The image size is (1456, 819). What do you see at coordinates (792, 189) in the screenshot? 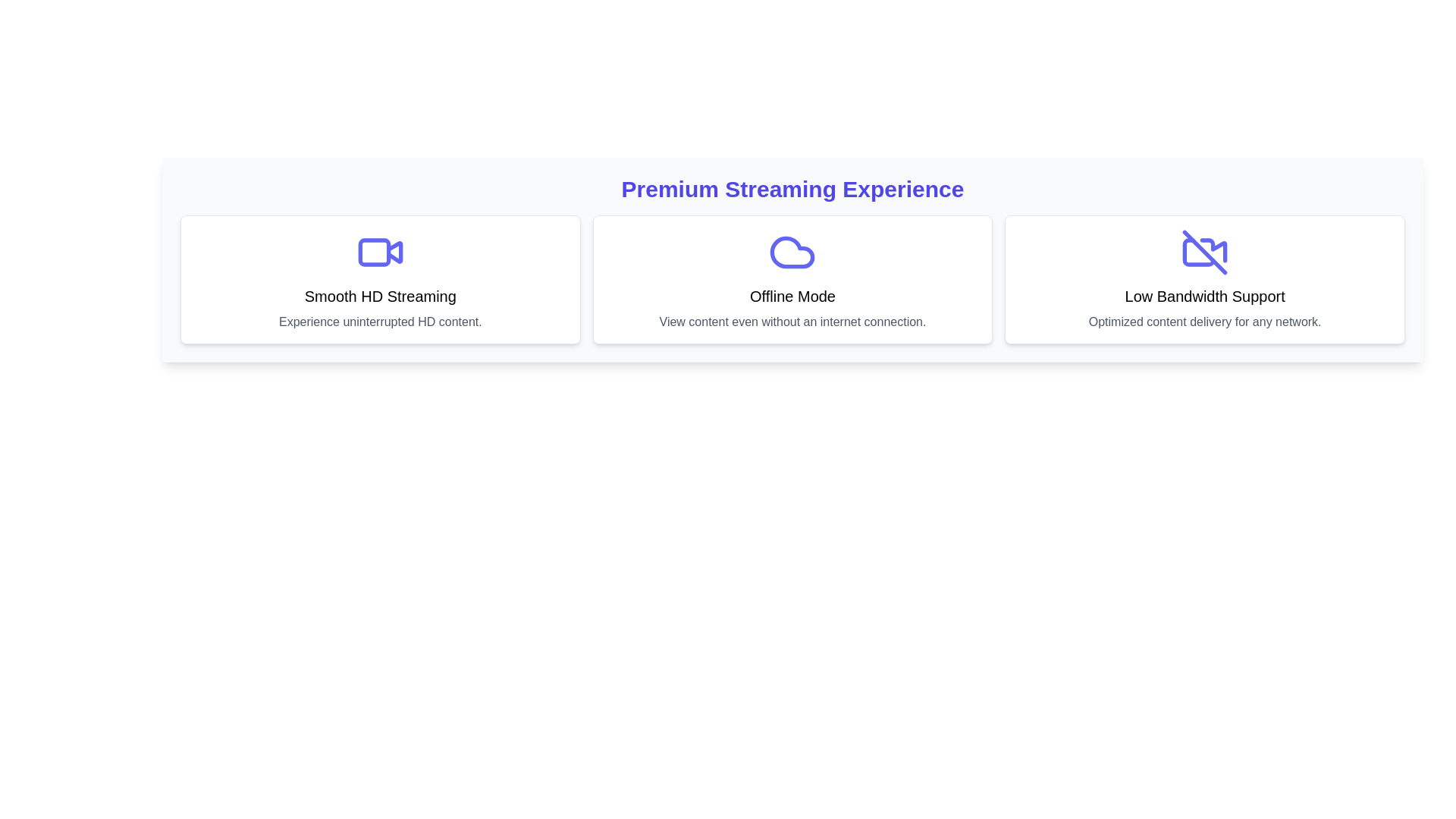
I see `the title text element that serves as the header for the content section, positioned above a list of feature cards` at bounding box center [792, 189].